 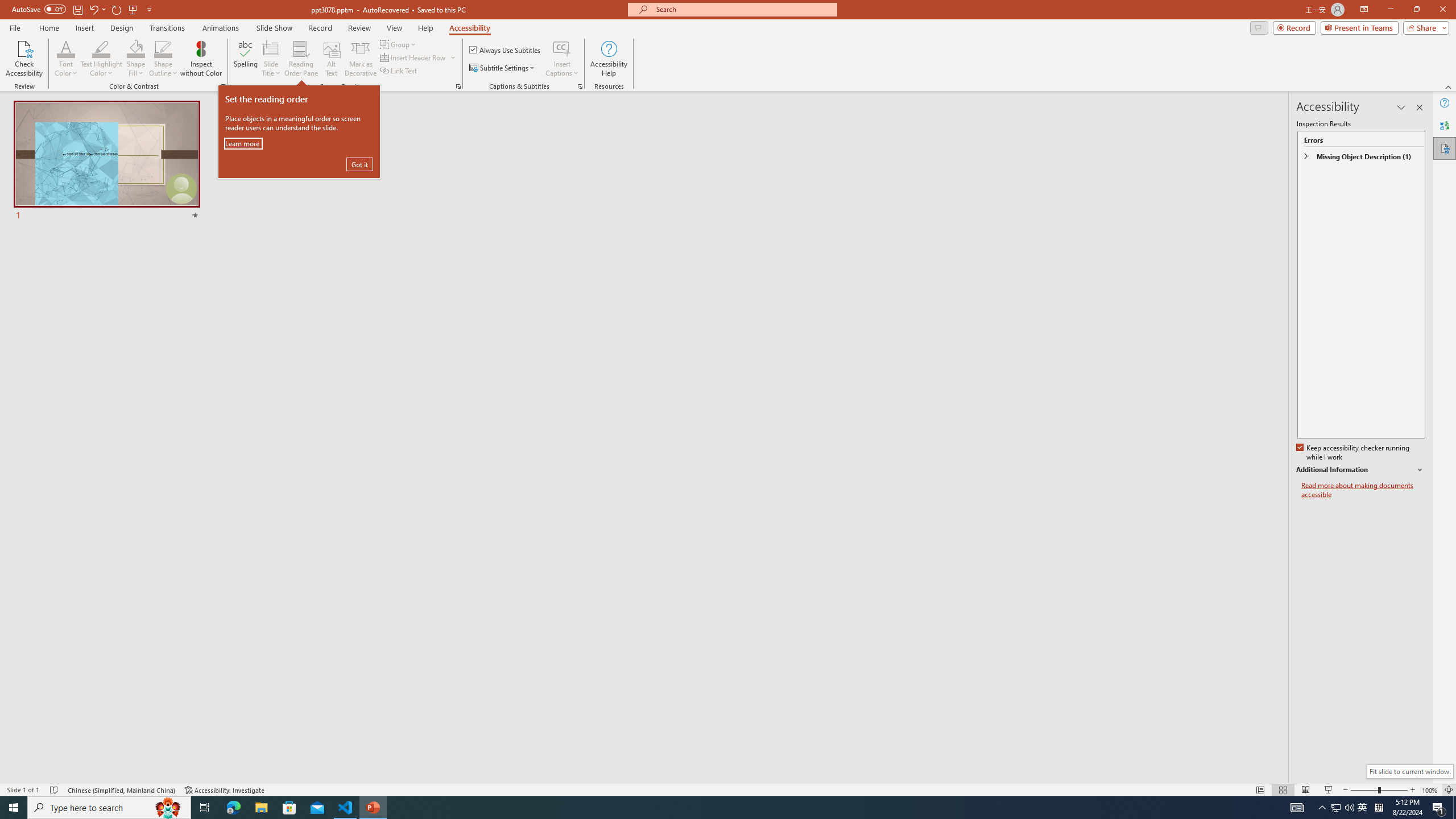 I want to click on 'Keep accessibility checker running while I work', so click(x=1354, y=453).